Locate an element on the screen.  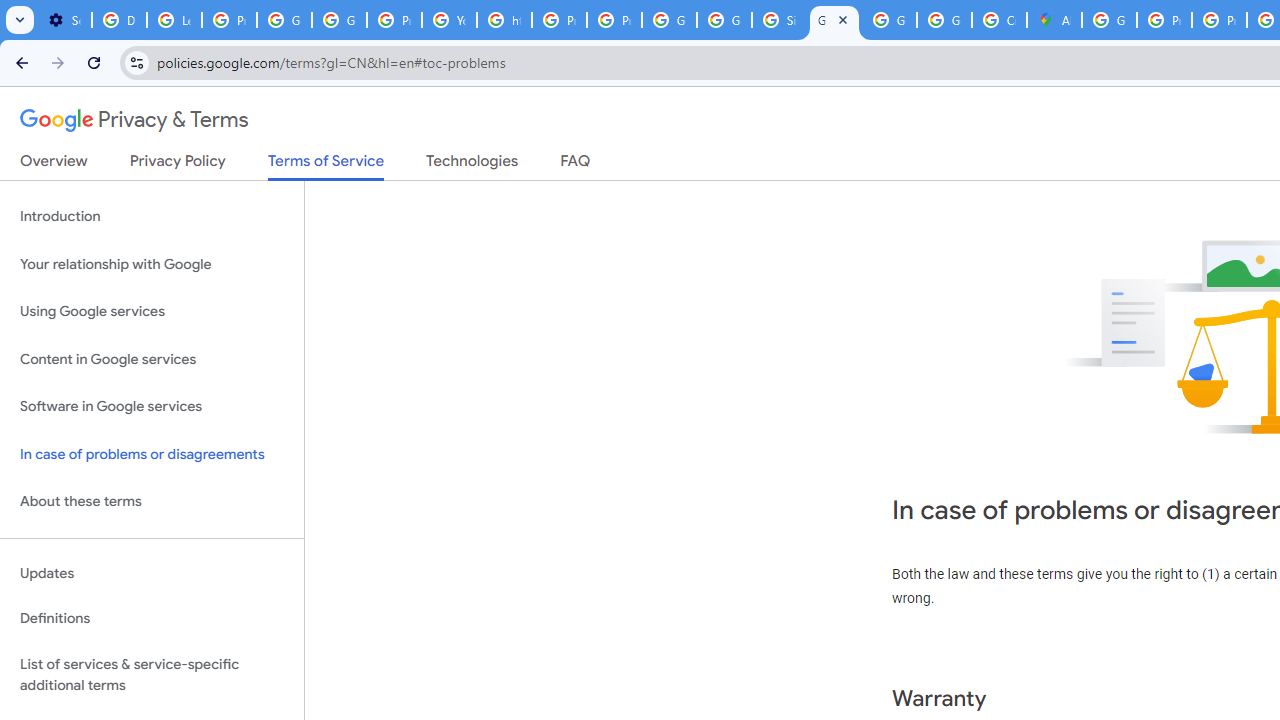
'About these terms' is located at coordinates (151, 501).